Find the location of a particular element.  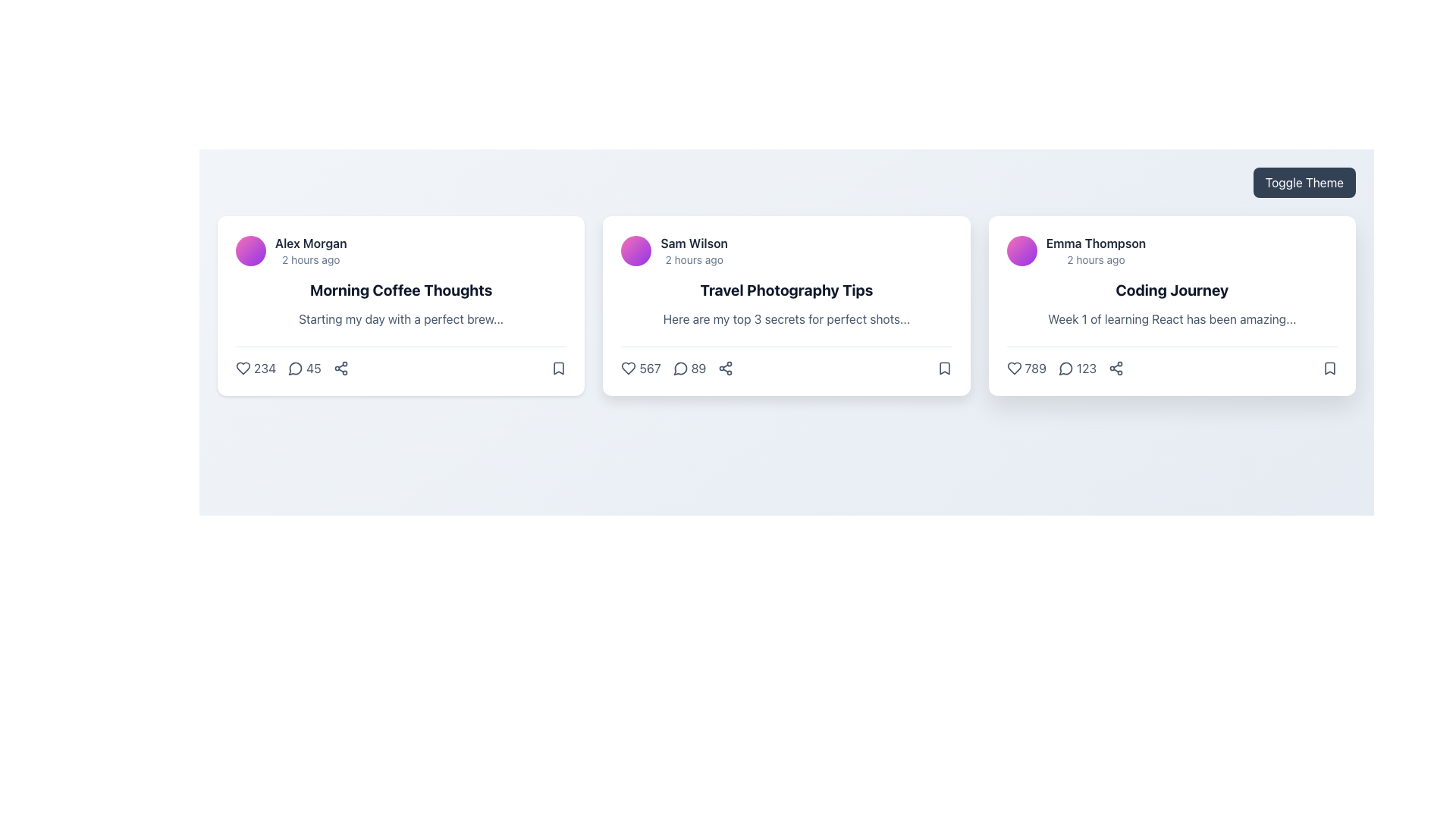

the heart-shaped icon-text combination button indicating a like or favorite with the count '234' in the bottom section of the 'Morning Coffee Thoughts' card by Alex Morgan is located at coordinates (255, 369).